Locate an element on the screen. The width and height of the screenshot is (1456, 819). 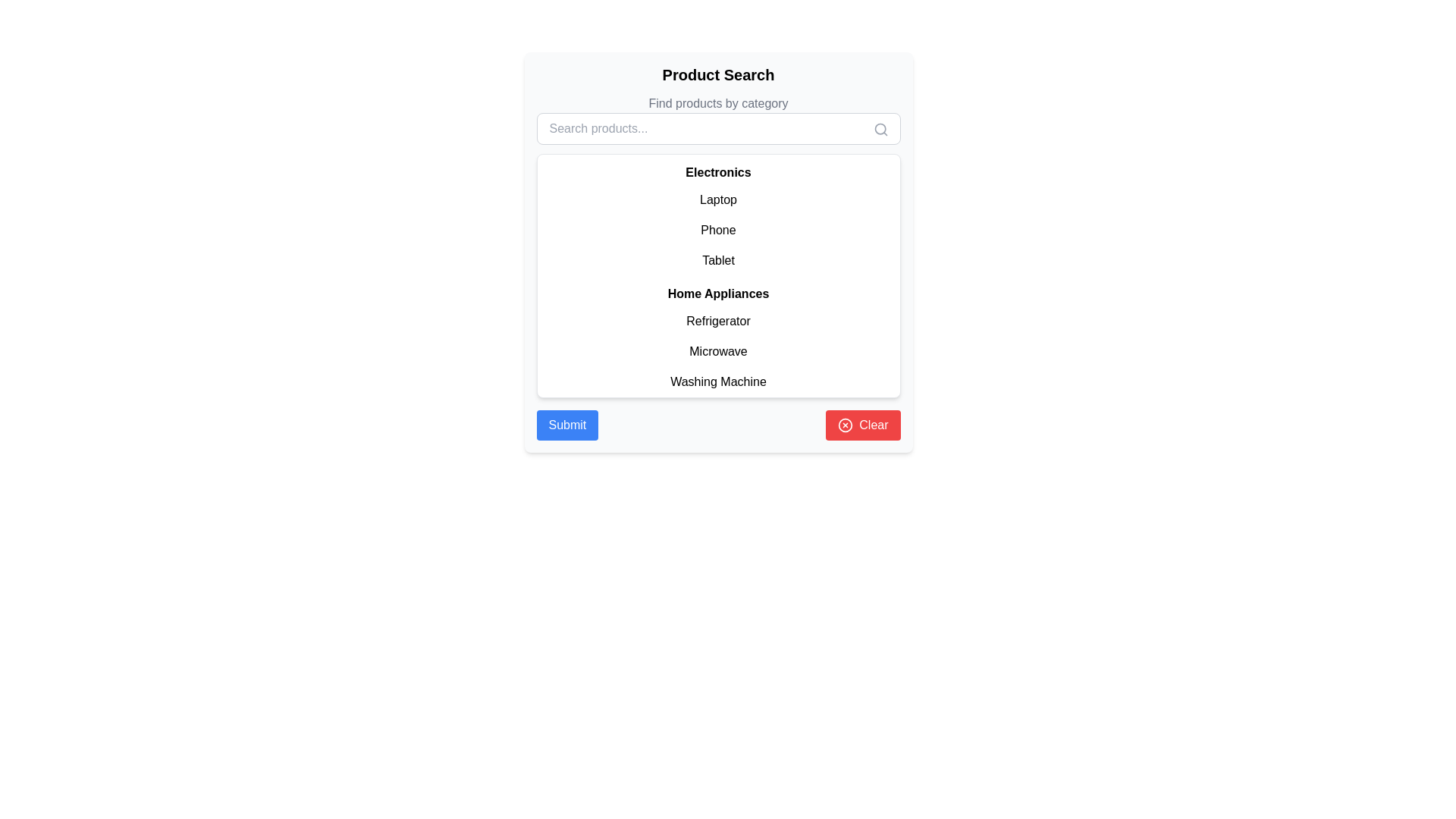
the title and subtitle Text Block located at the top center of the product search interface, which provides context for the displayed content is located at coordinates (717, 88).